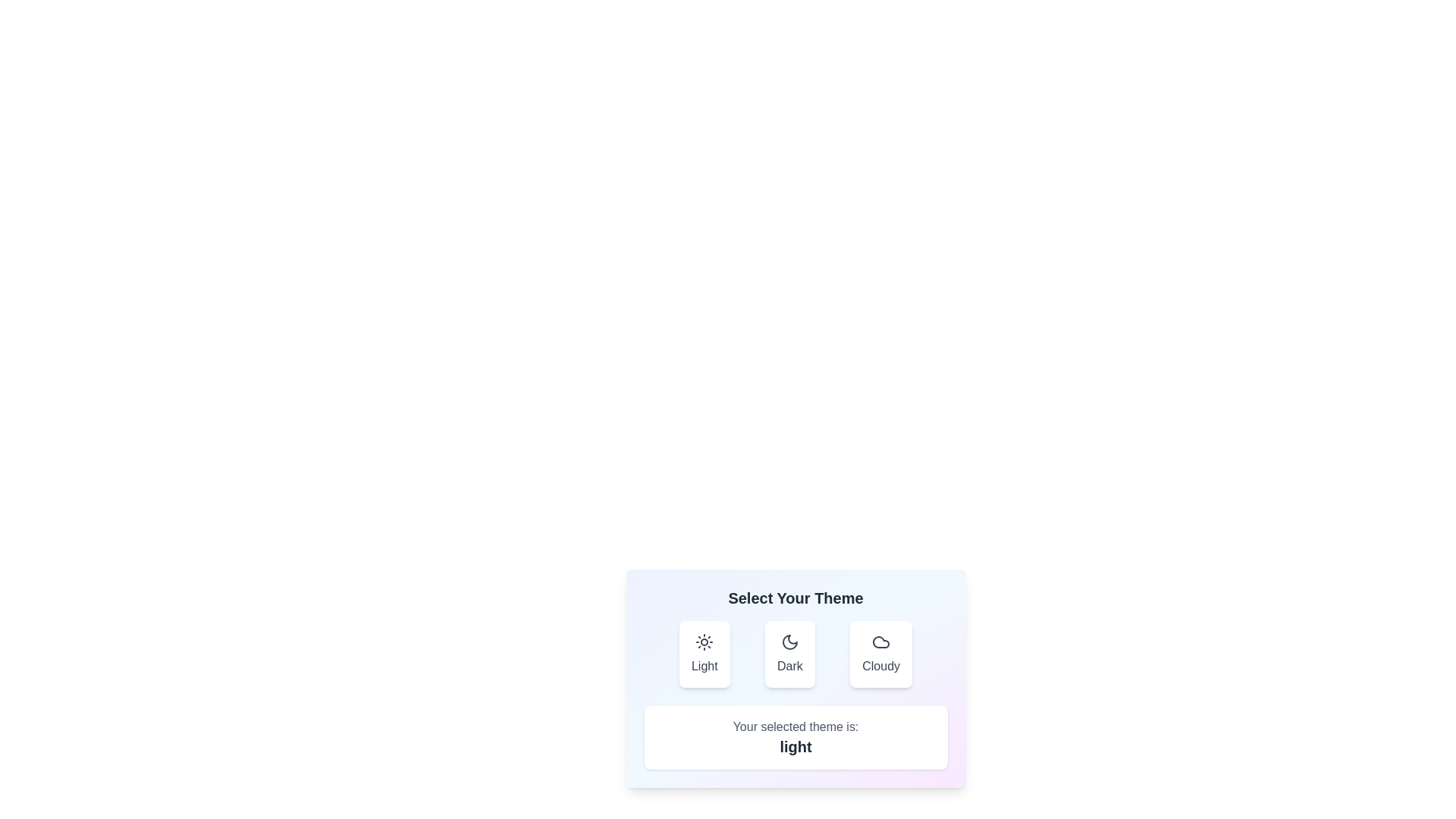 The image size is (1456, 819). I want to click on the cloud-shaped icon outlined with a dark stroke and filled with a transparent center, located below the text 'Cloudy' in the rightmost card of a three-card selection interface, so click(881, 642).